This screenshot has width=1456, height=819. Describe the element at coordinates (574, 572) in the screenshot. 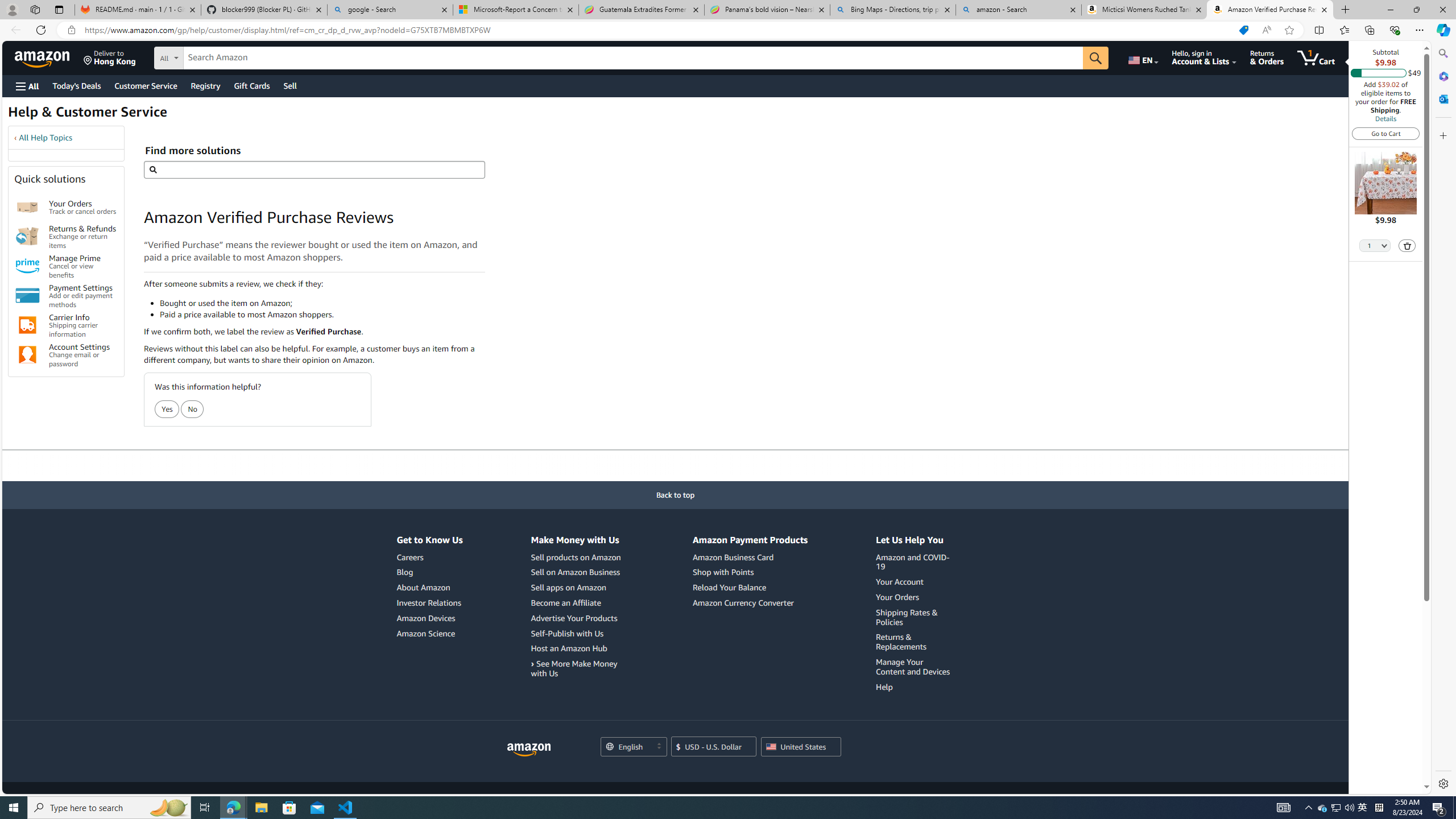

I see `'Sell on Amazon Business'` at that location.